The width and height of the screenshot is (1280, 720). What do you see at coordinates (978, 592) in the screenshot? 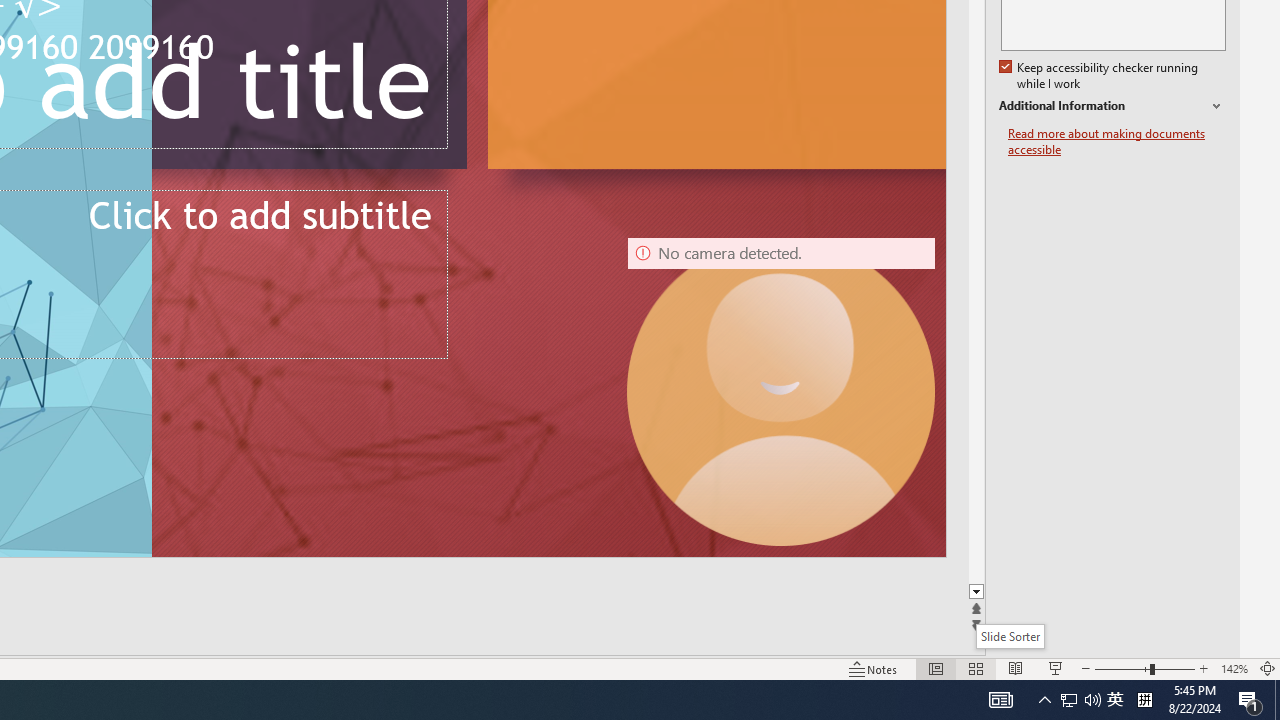
I see `'Line down'` at bounding box center [978, 592].